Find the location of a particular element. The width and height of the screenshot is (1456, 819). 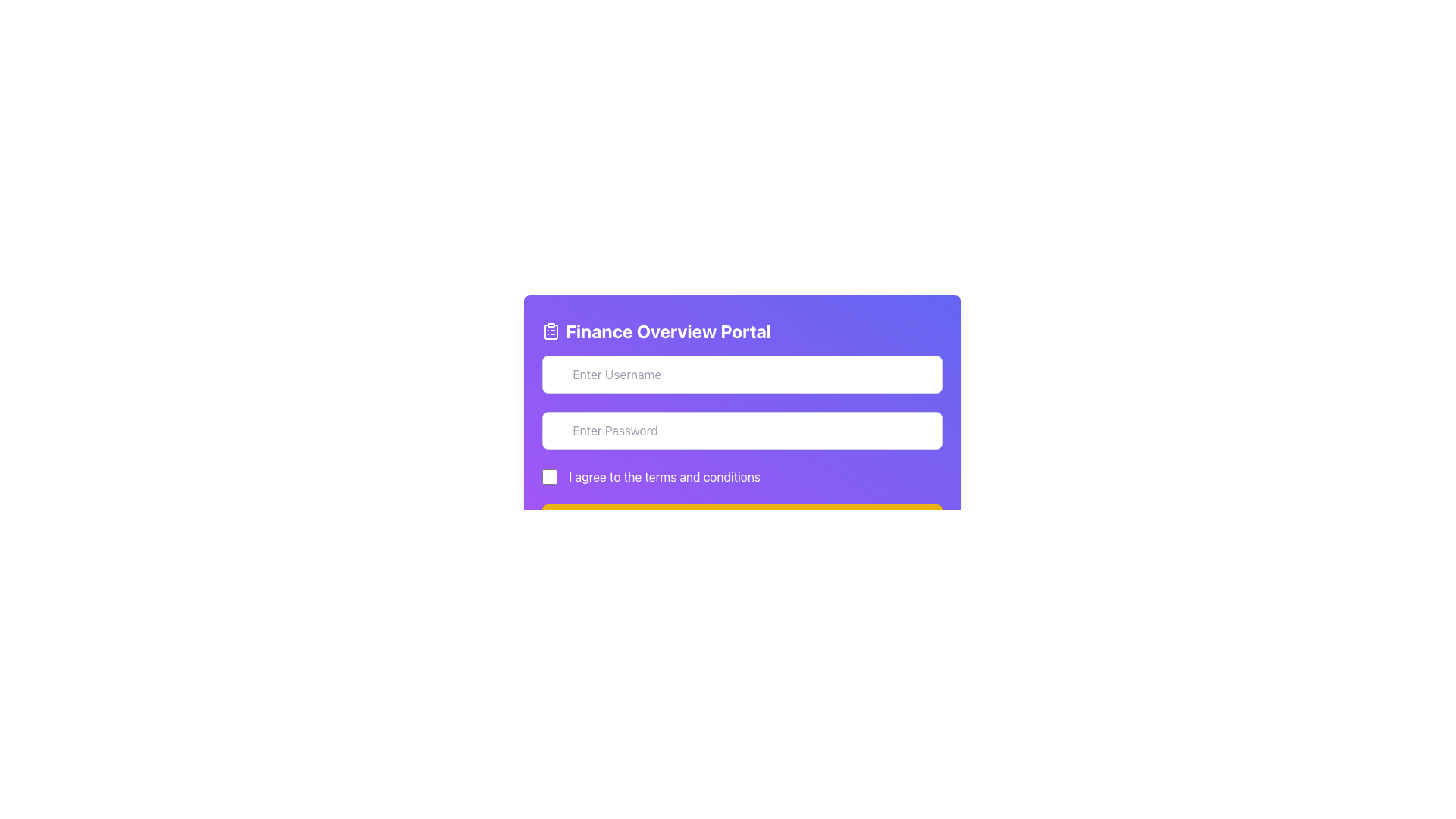

the consent checkbox located in the center-bottom region of the purple card layout is located at coordinates (742, 475).